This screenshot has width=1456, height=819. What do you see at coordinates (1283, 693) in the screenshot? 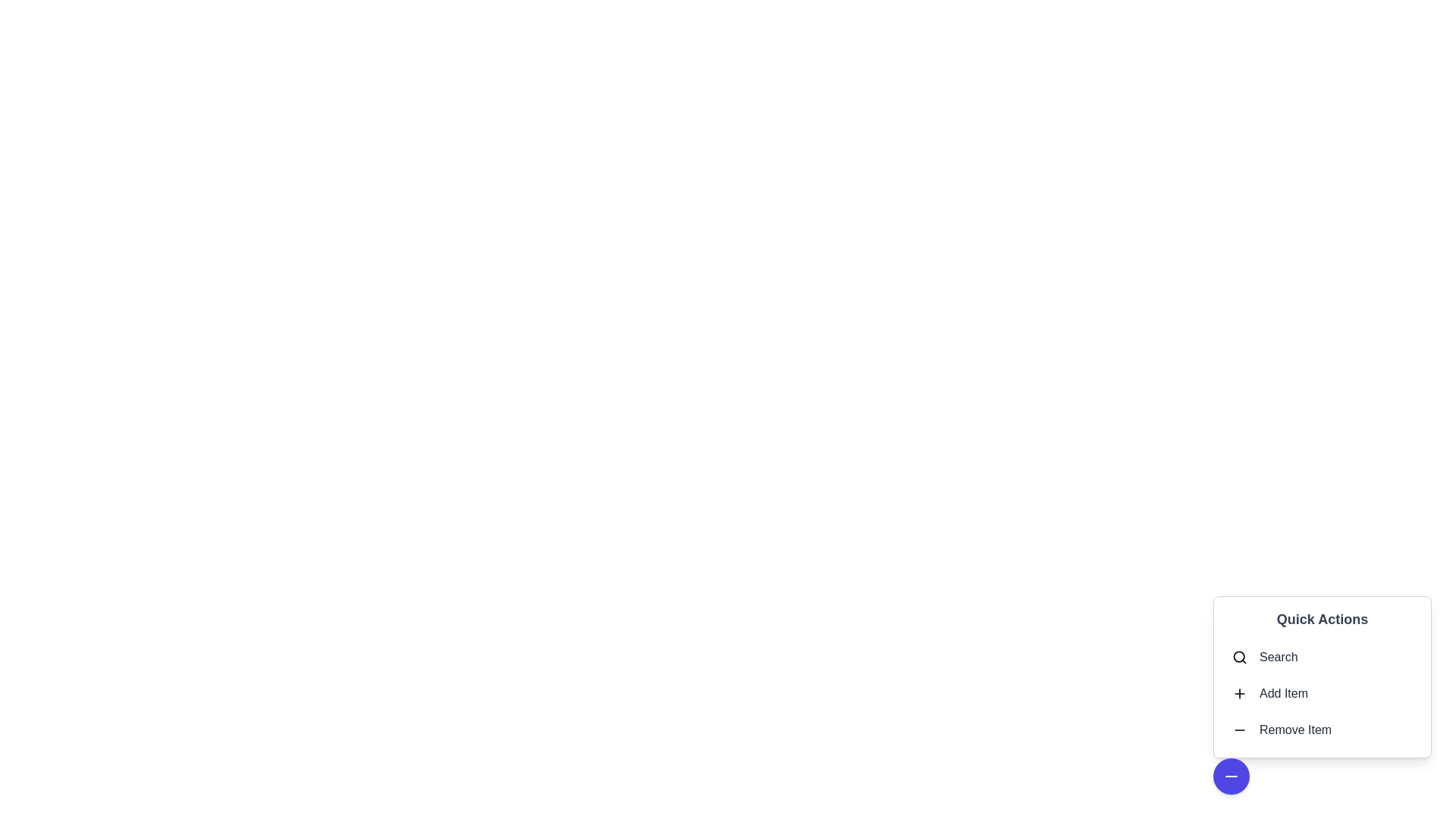
I see `the 'Add Item' text label/button located in the 'Quick Actions' section` at bounding box center [1283, 693].